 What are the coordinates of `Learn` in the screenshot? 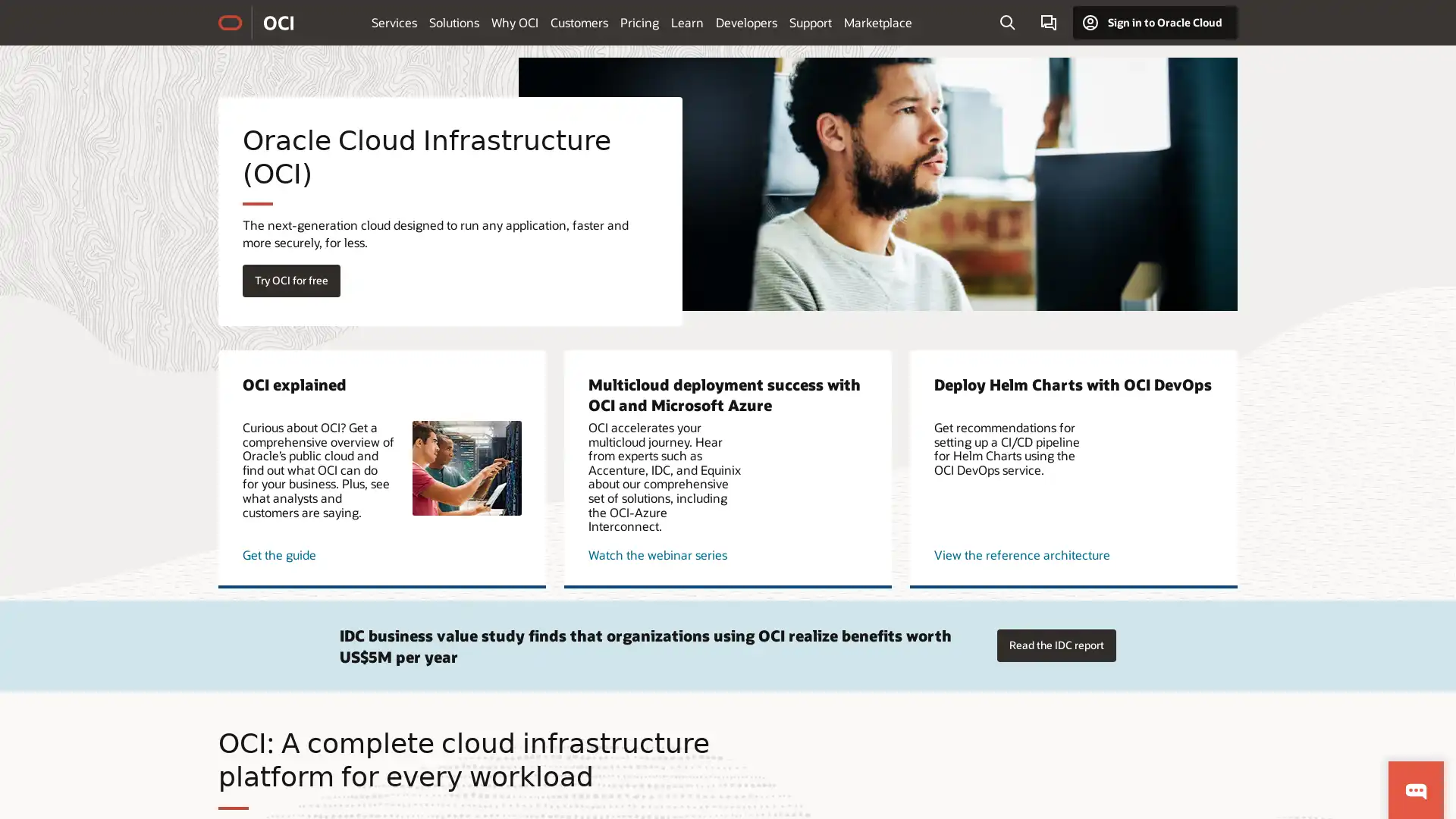 It's located at (686, 22).